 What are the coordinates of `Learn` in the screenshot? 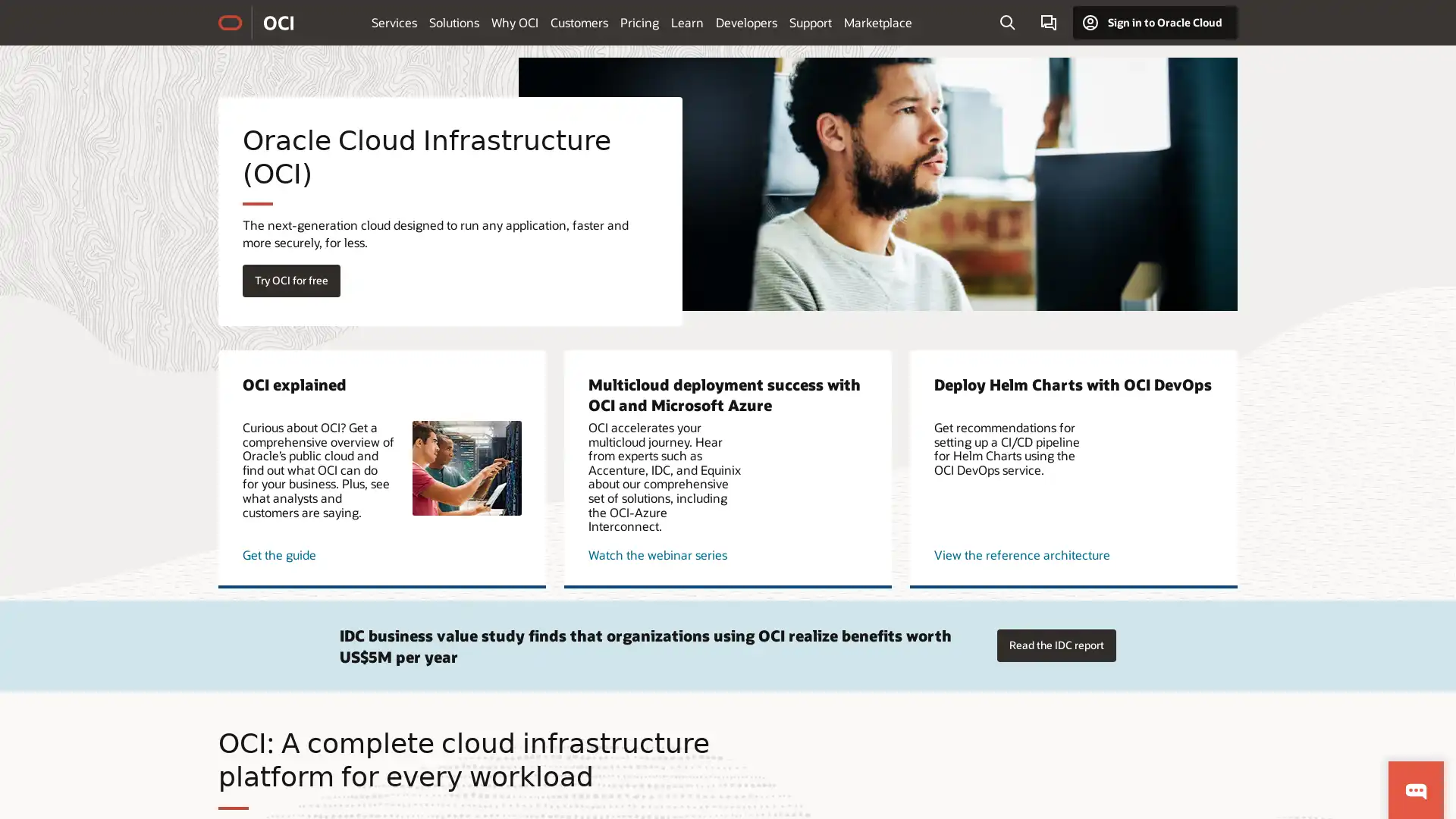 It's located at (686, 22).